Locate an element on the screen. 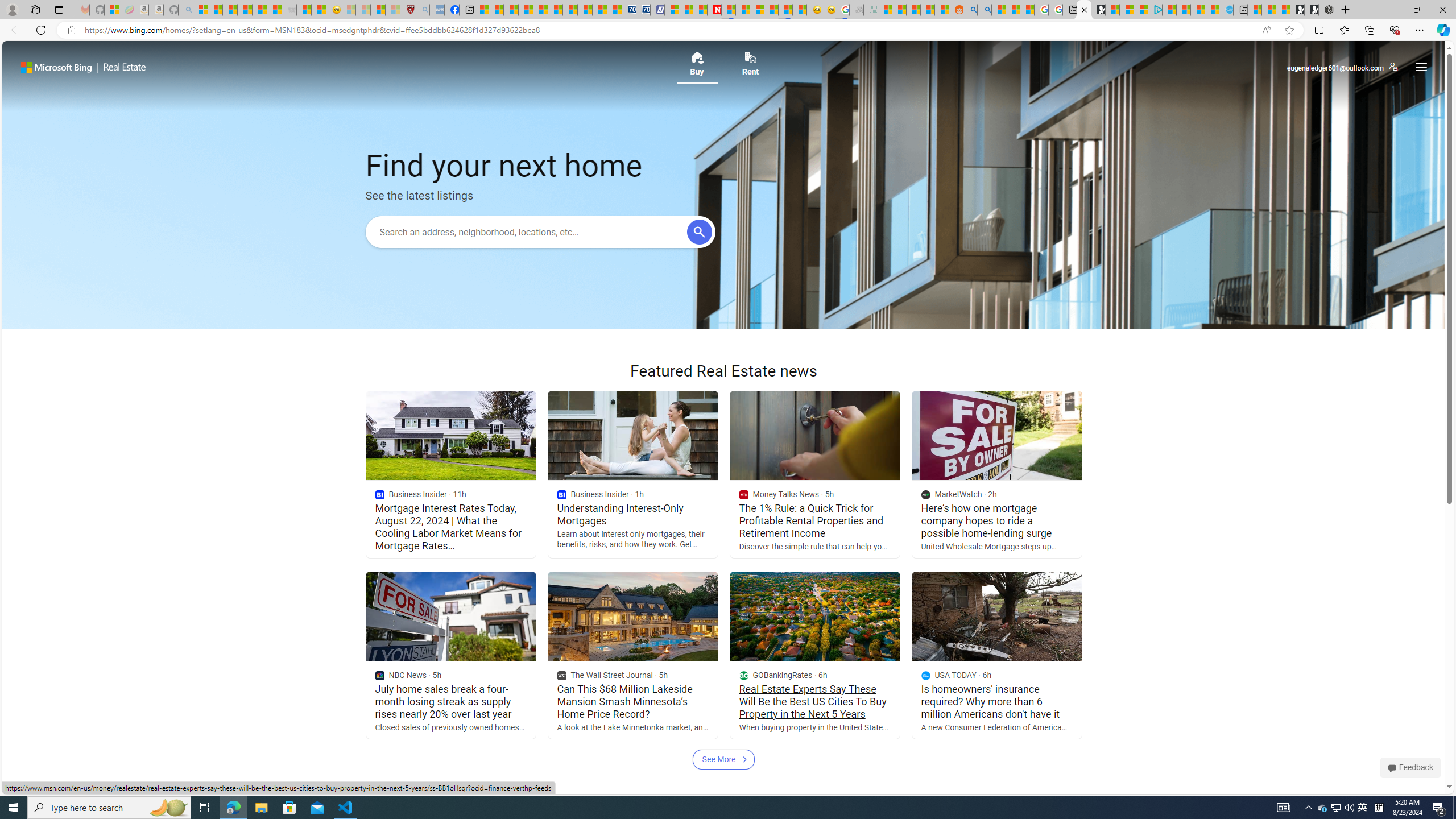  'Class: index-module__icon--92f11c' is located at coordinates (925, 675).